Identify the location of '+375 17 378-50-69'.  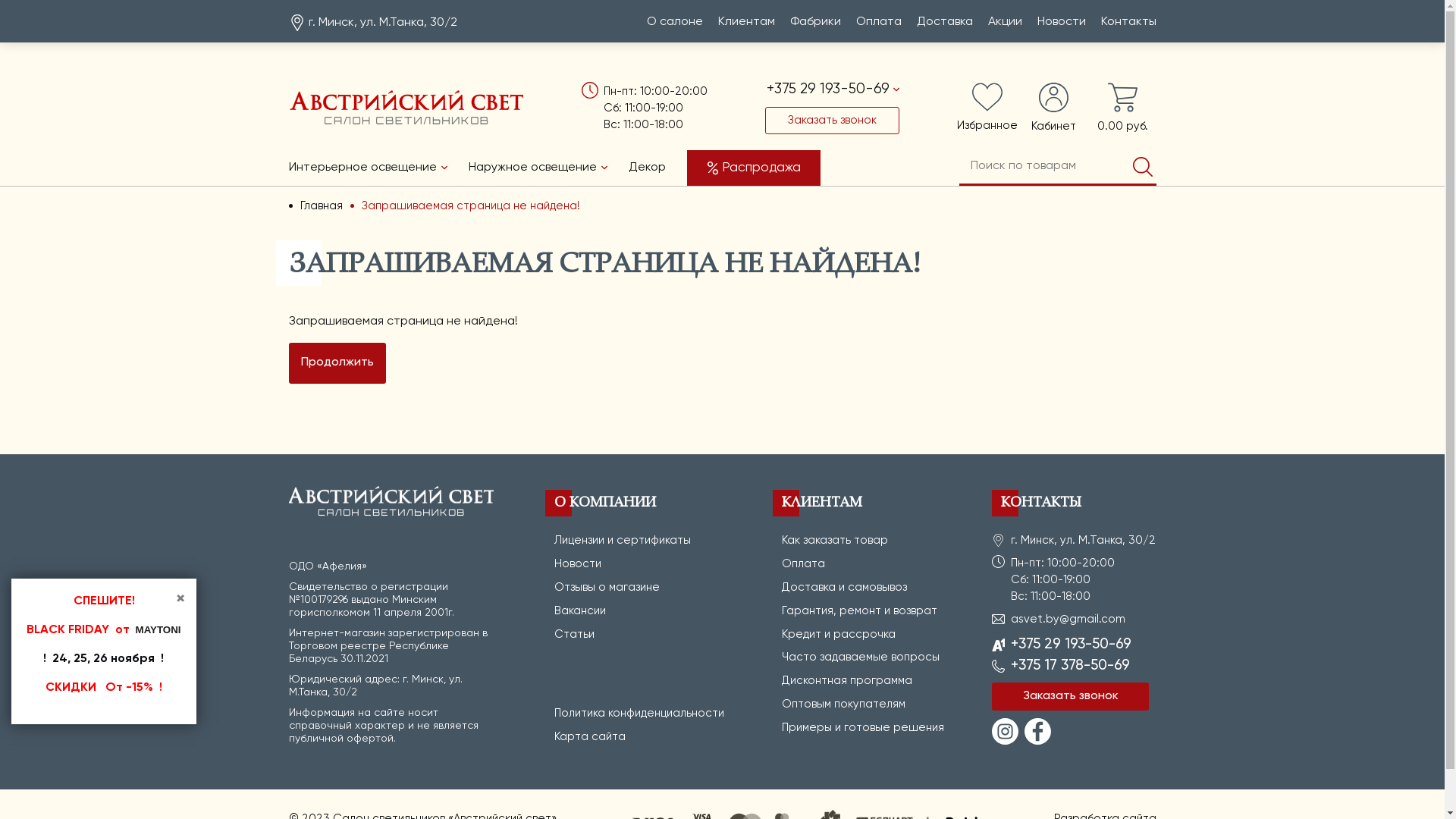
(1069, 664).